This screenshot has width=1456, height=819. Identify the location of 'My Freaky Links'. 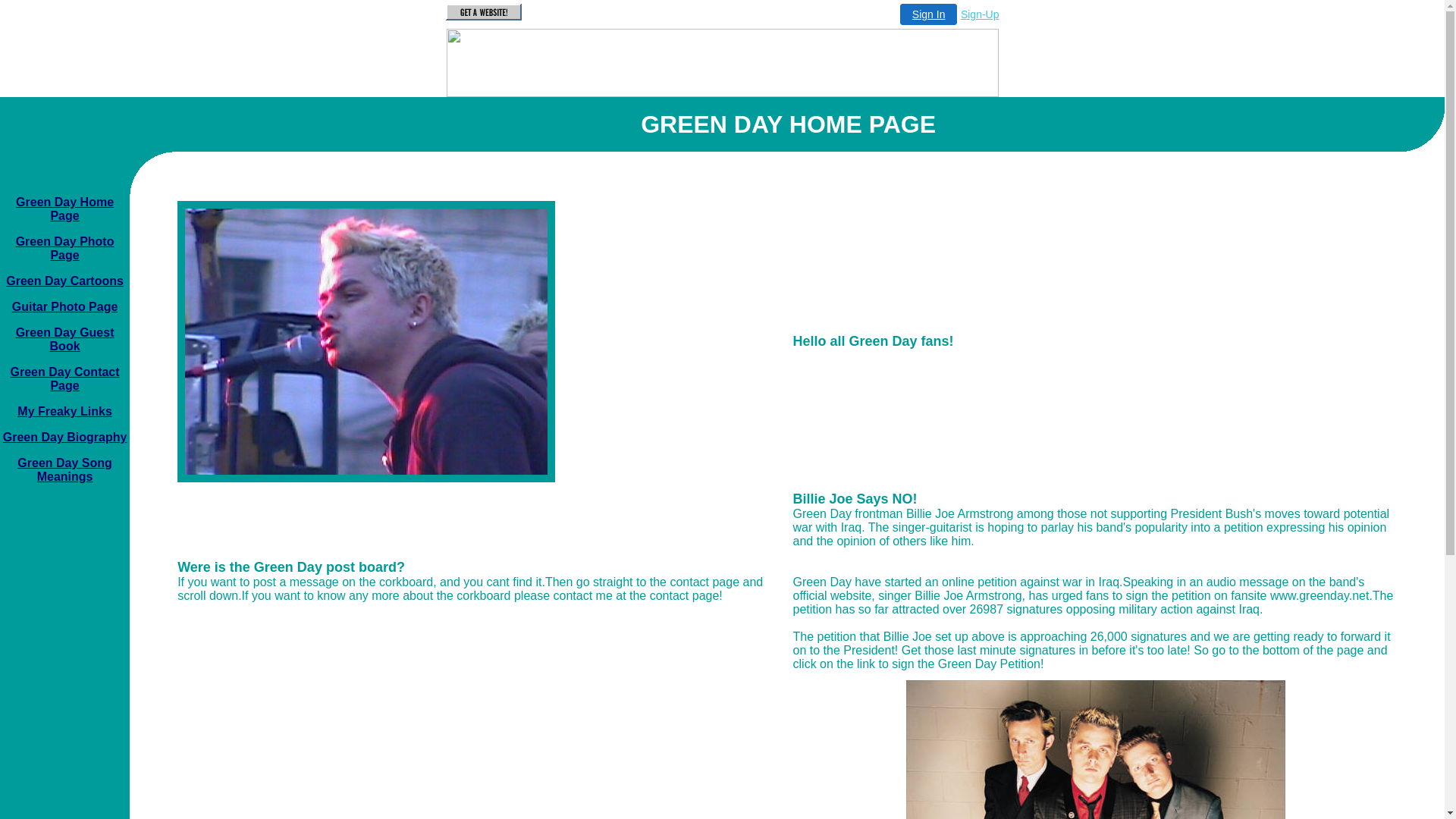
(64, 411).